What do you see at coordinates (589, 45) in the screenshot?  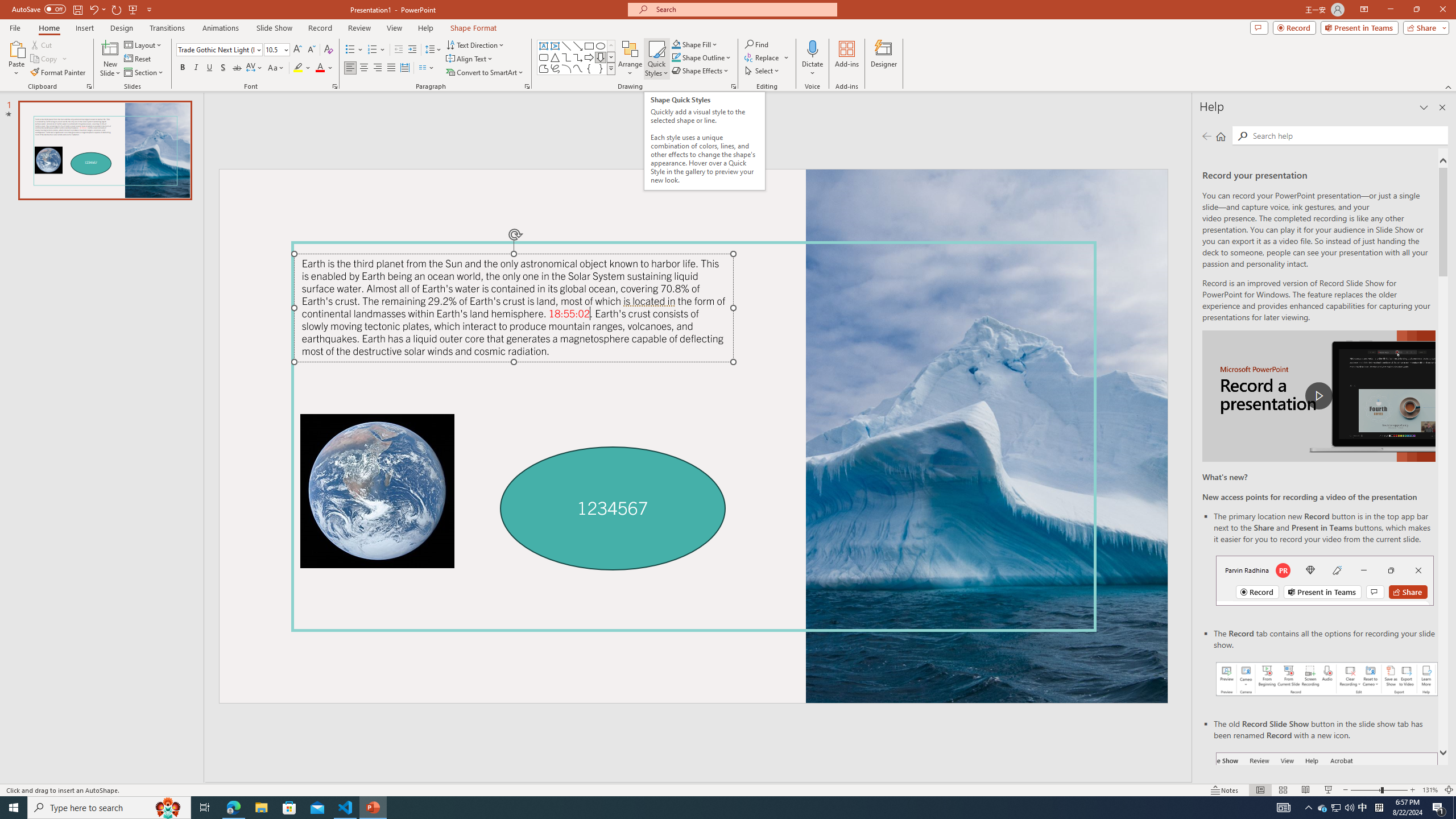 I see `'Rectangle'` at bounding box center [589, 45].